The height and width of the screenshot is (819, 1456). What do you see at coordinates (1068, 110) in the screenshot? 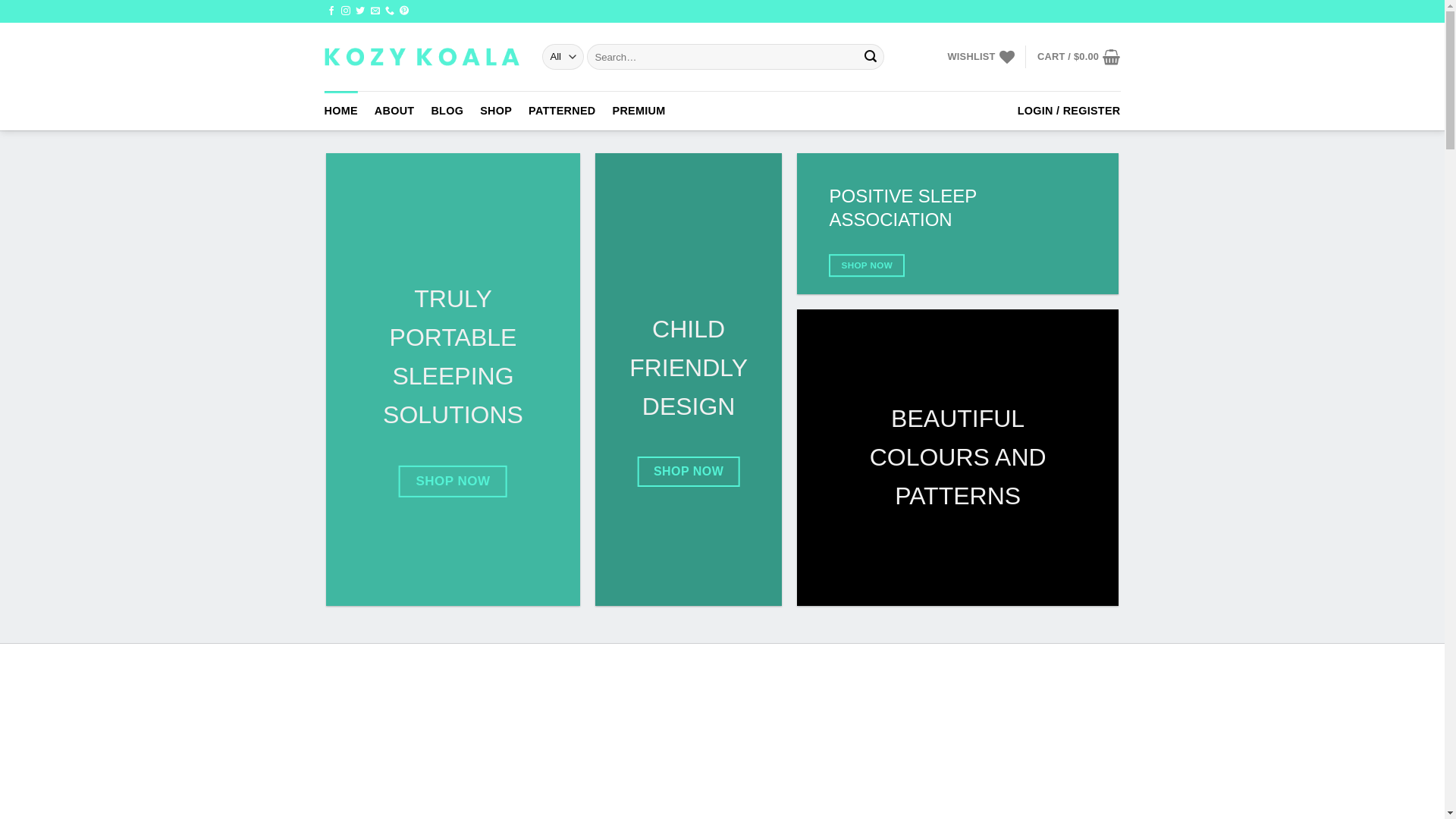
I see `'LOGIN / REGISTER'` at bounding box center [1068, 110].